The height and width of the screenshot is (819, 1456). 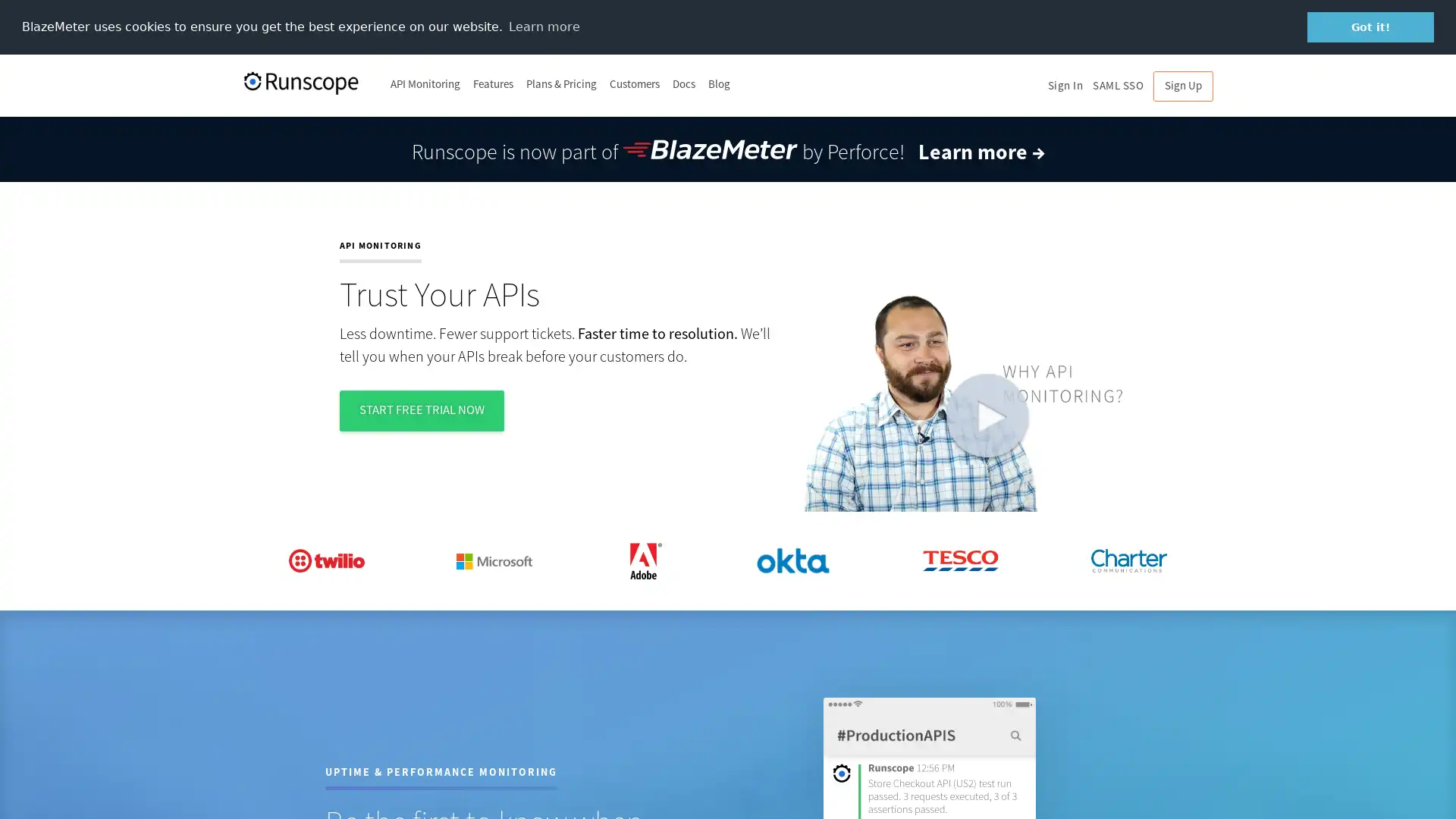 What do you see at coordinates (544, 26) in the screenshot?
I see `learn more about cookies` at bounding box center [544, 26].